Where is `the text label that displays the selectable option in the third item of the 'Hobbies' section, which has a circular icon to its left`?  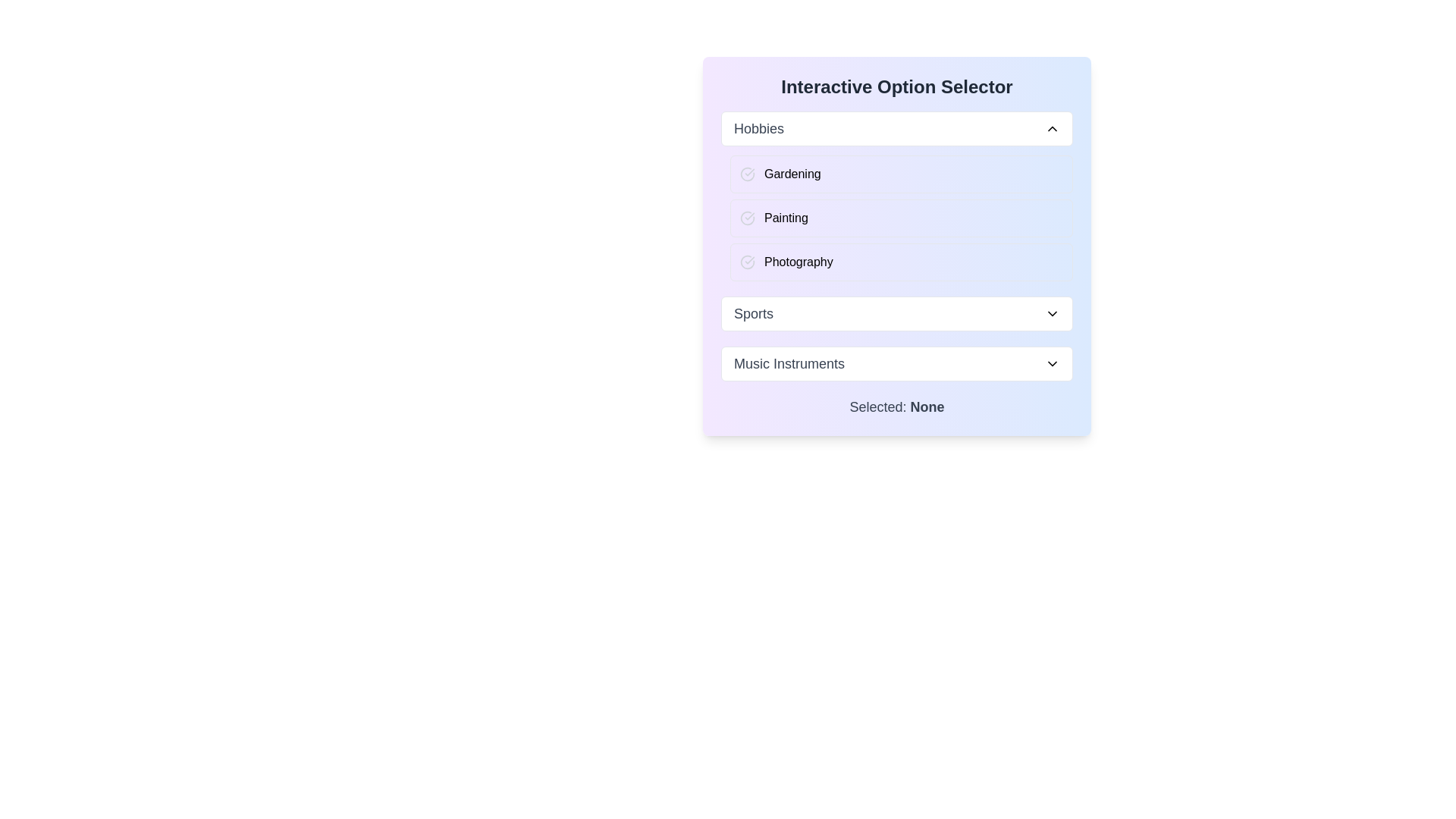 the text label that displays the selectable option in the third item of the 'Hobbies' section, which has a circular icon to its left is located at coordinates (798, 262).